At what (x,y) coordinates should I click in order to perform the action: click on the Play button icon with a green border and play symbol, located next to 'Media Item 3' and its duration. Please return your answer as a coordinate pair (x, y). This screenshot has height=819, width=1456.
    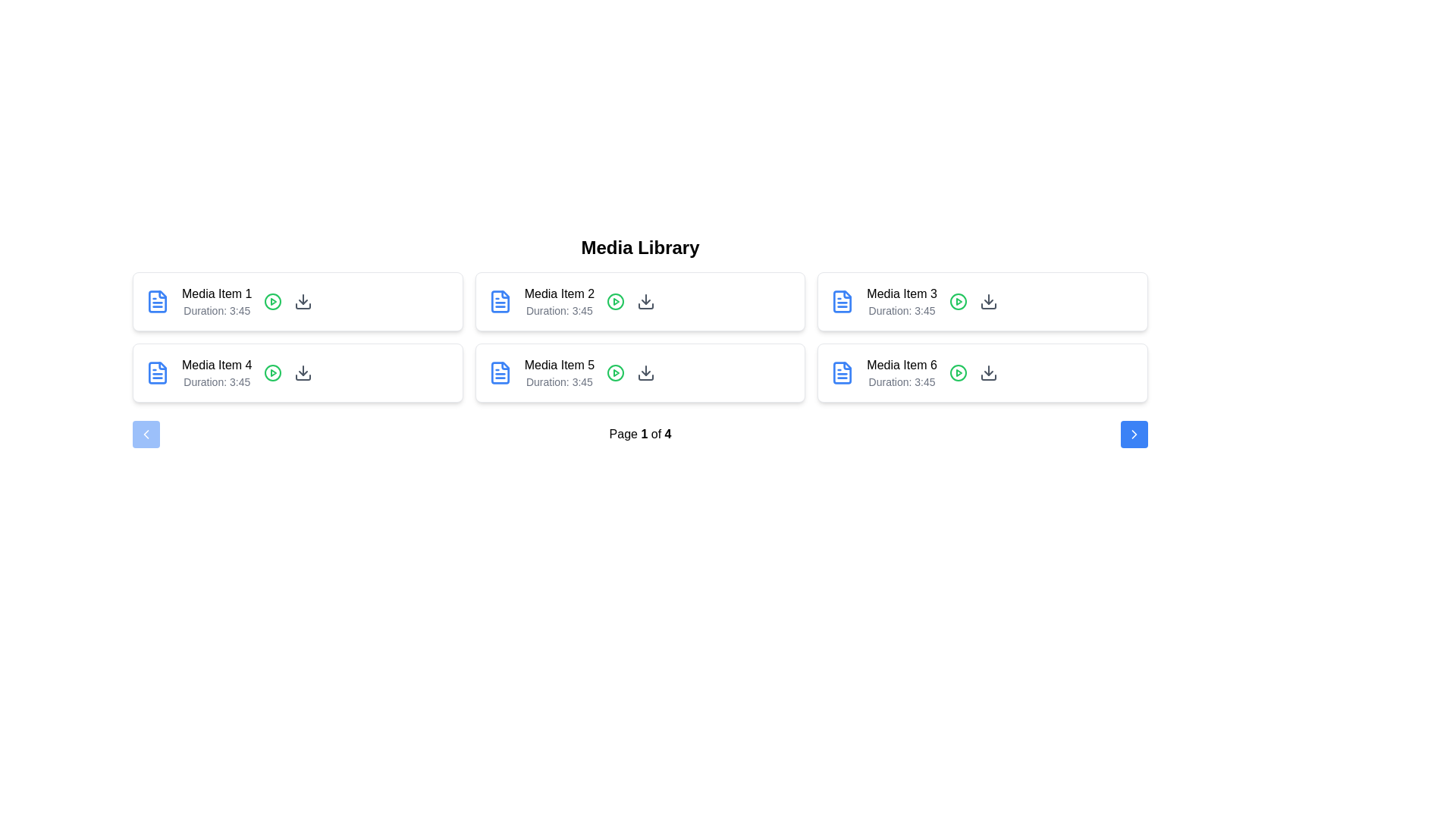
    Looking at the image, I should click on (957, 301).